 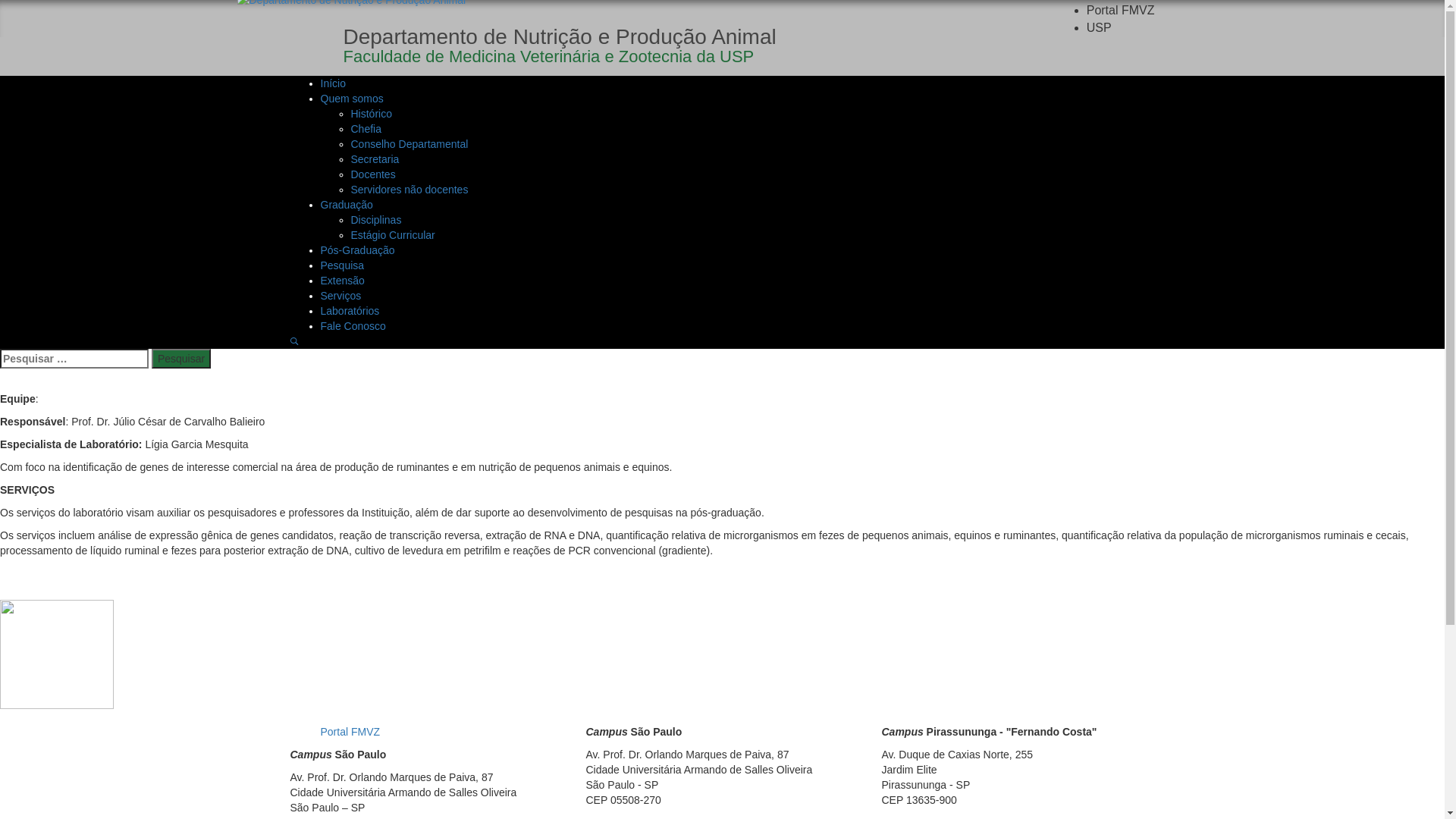 I want to click on 'Conselho Departamental', so click(x=409, y=143).